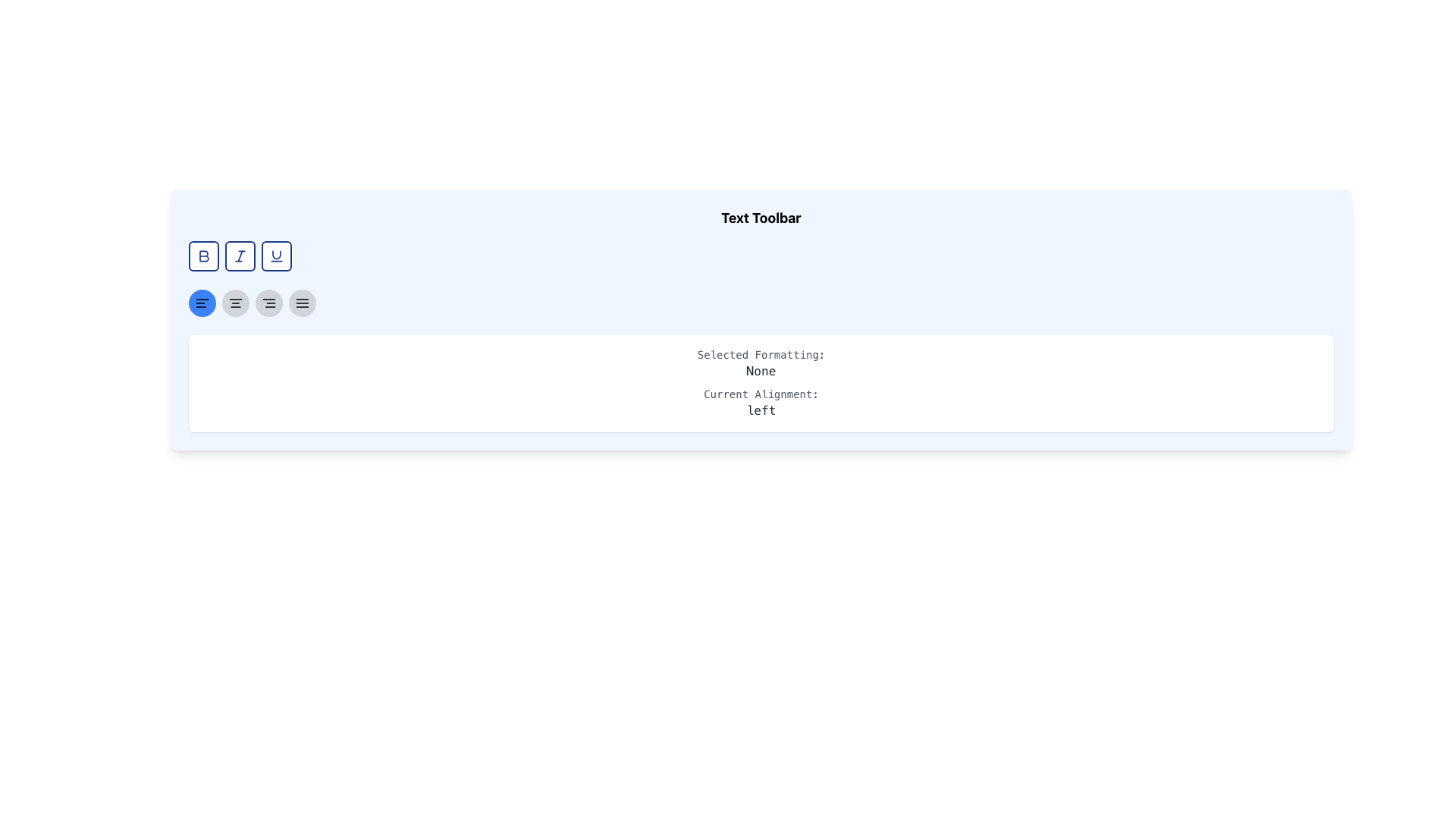  I want to click on the italic formatting option represented by a small, italicized 'I' icon in the toolbar for keyboard navigation, so click(239, 256).